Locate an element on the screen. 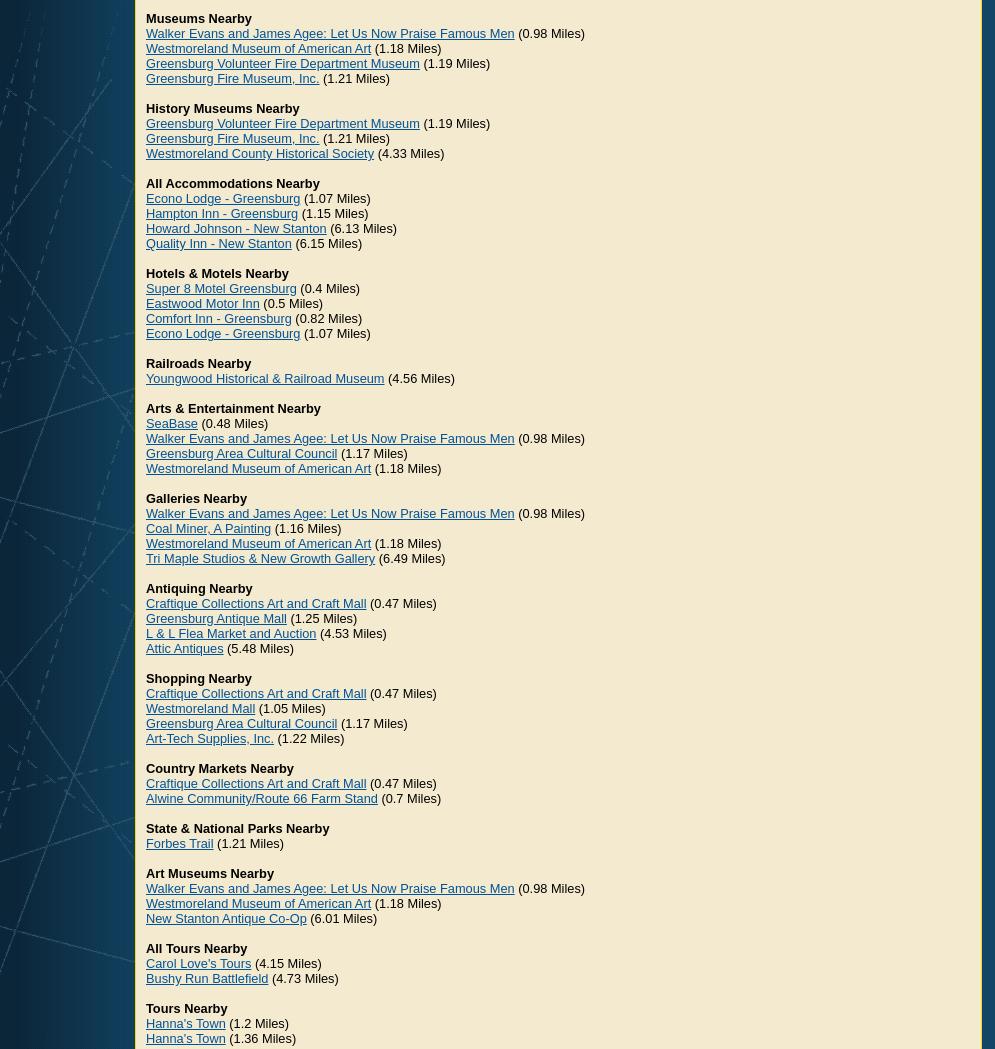  'Comfort Inn - Greensburg' is located at coordinates (217, 318).